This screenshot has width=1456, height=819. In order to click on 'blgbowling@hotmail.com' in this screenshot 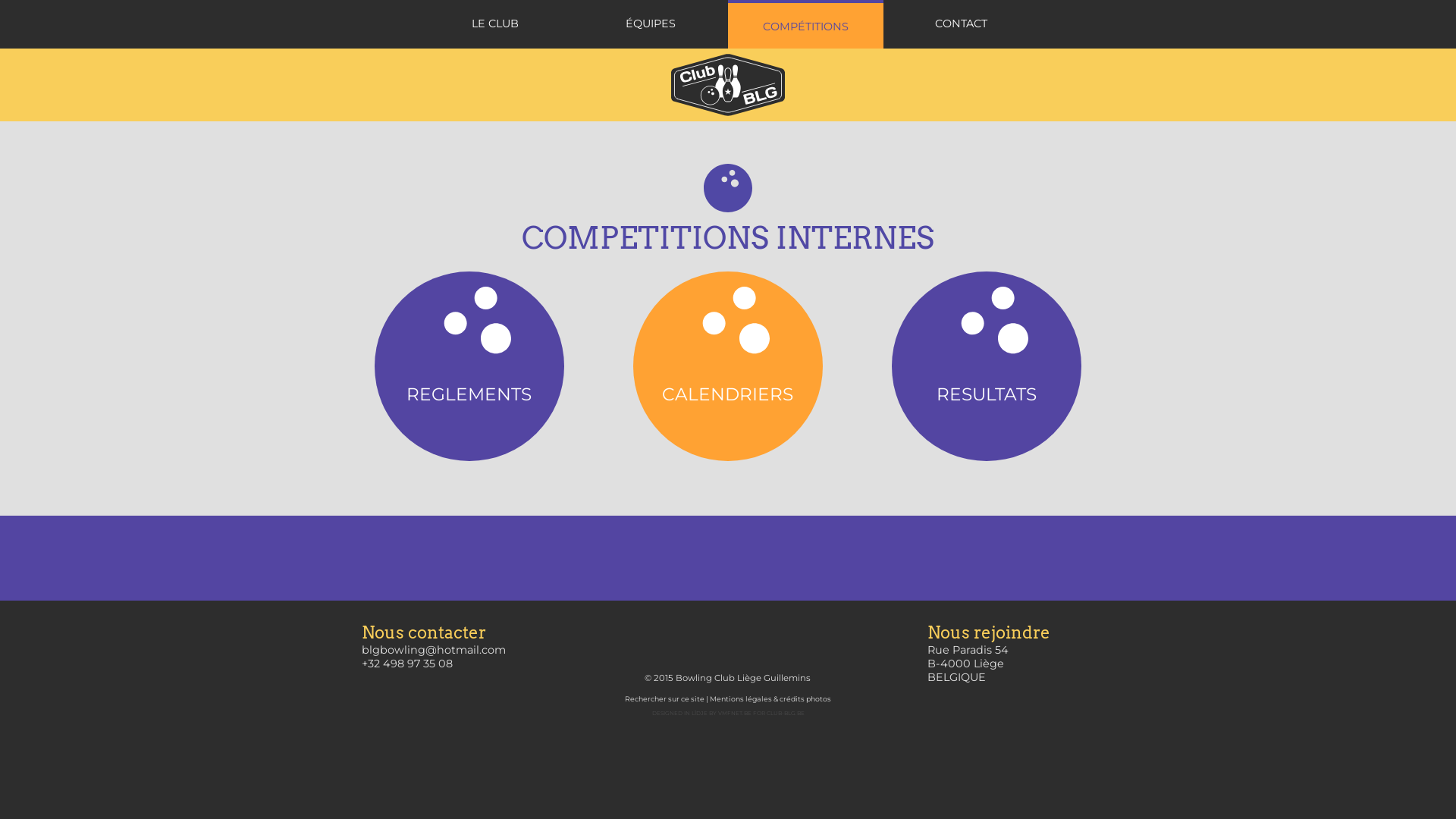, I will do `click(432, 648)`.